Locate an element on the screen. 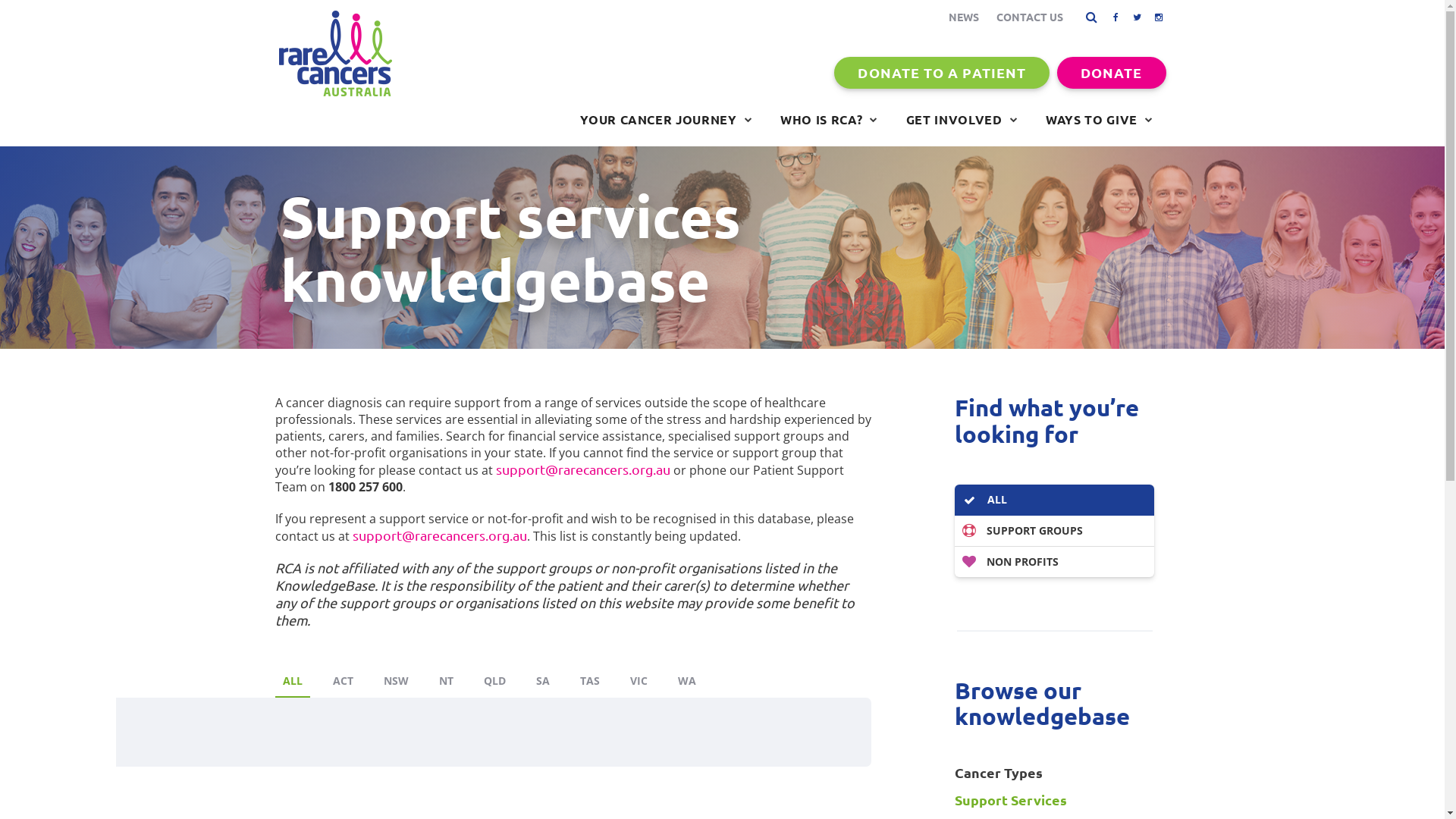  'NT' is located at coordinates (444, 681).